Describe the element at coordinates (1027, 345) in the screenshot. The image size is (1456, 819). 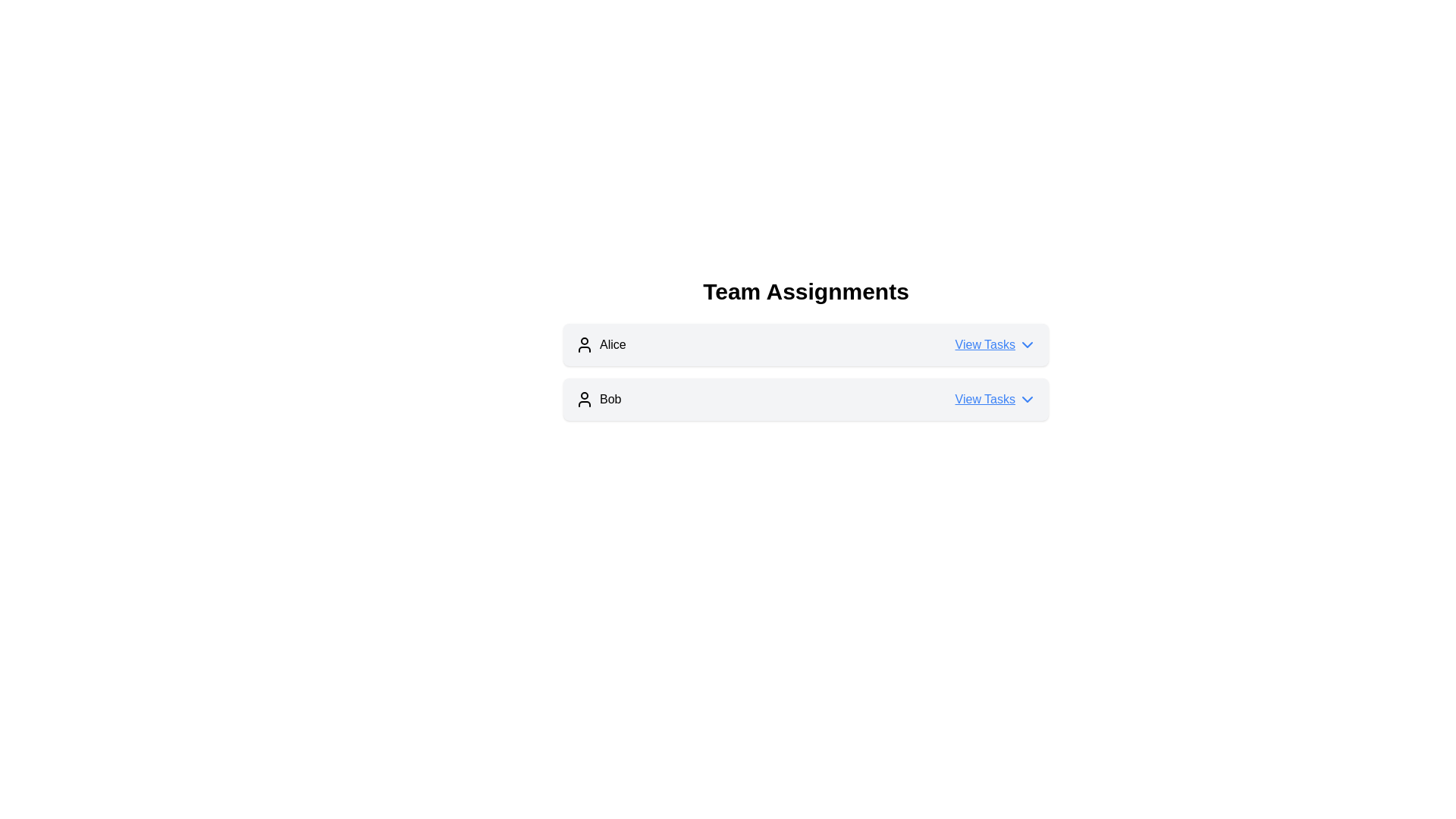
I see `the downward-pointing chevron icon next to the 'View Tasks' link` at that location.